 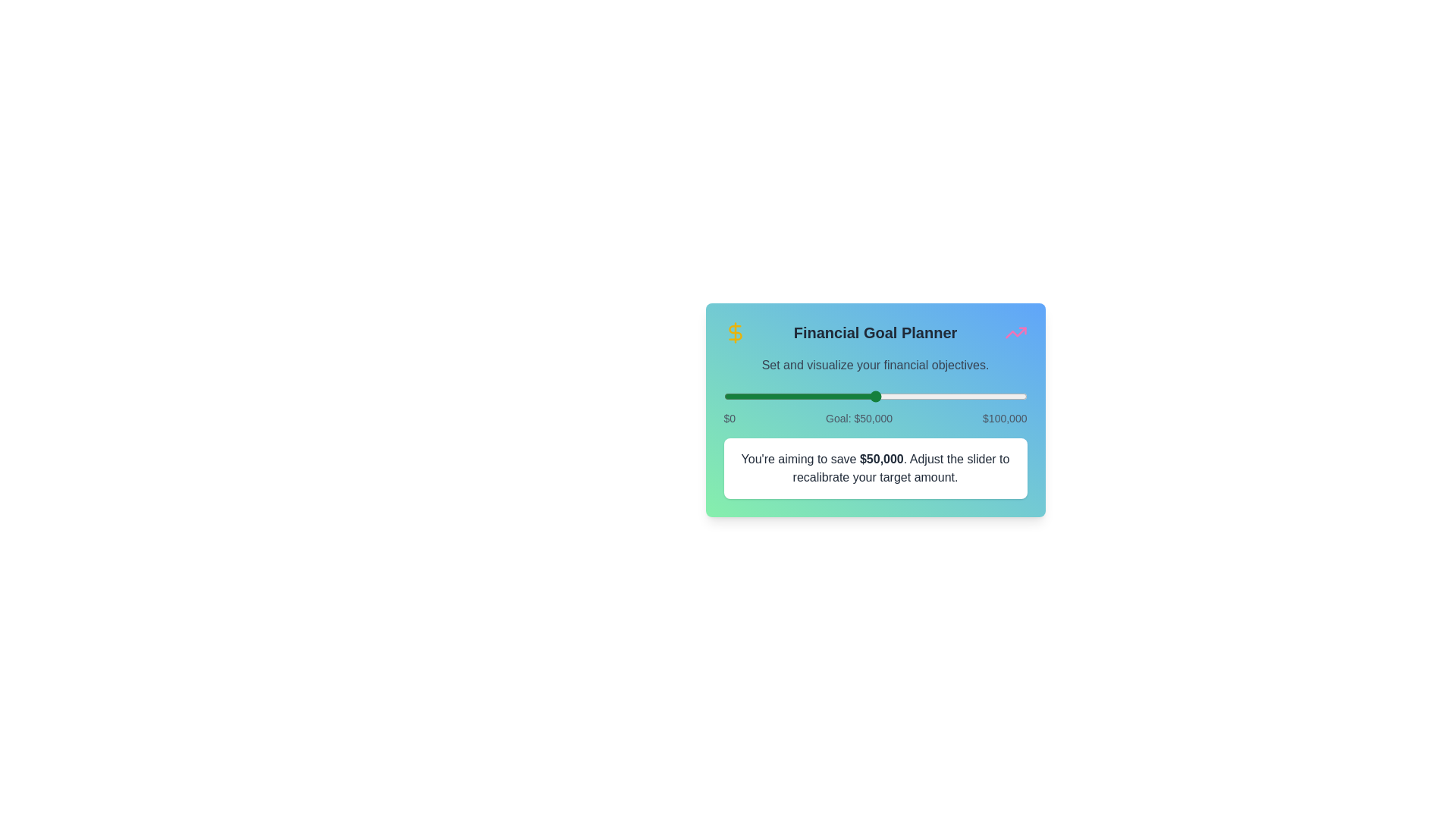 I want to click on the slider to set the financial goal to 31723 dollars, so click(x=819, y=396).